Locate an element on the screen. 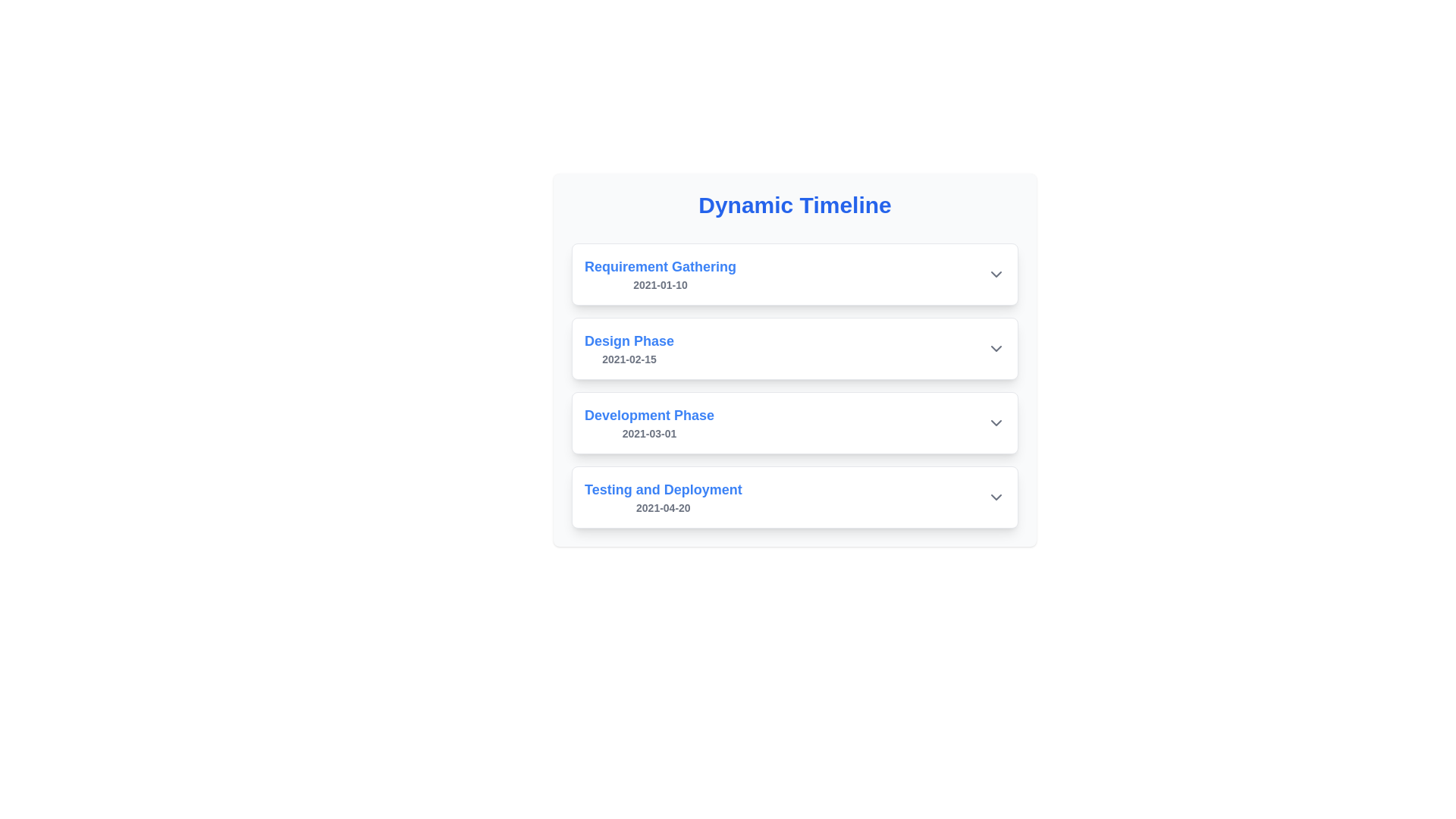 The width and height of the screenshot is (1456, 819). the toggle icon at the rightmost position of the 'Development Phase' row is located at coordinates (996, 423).